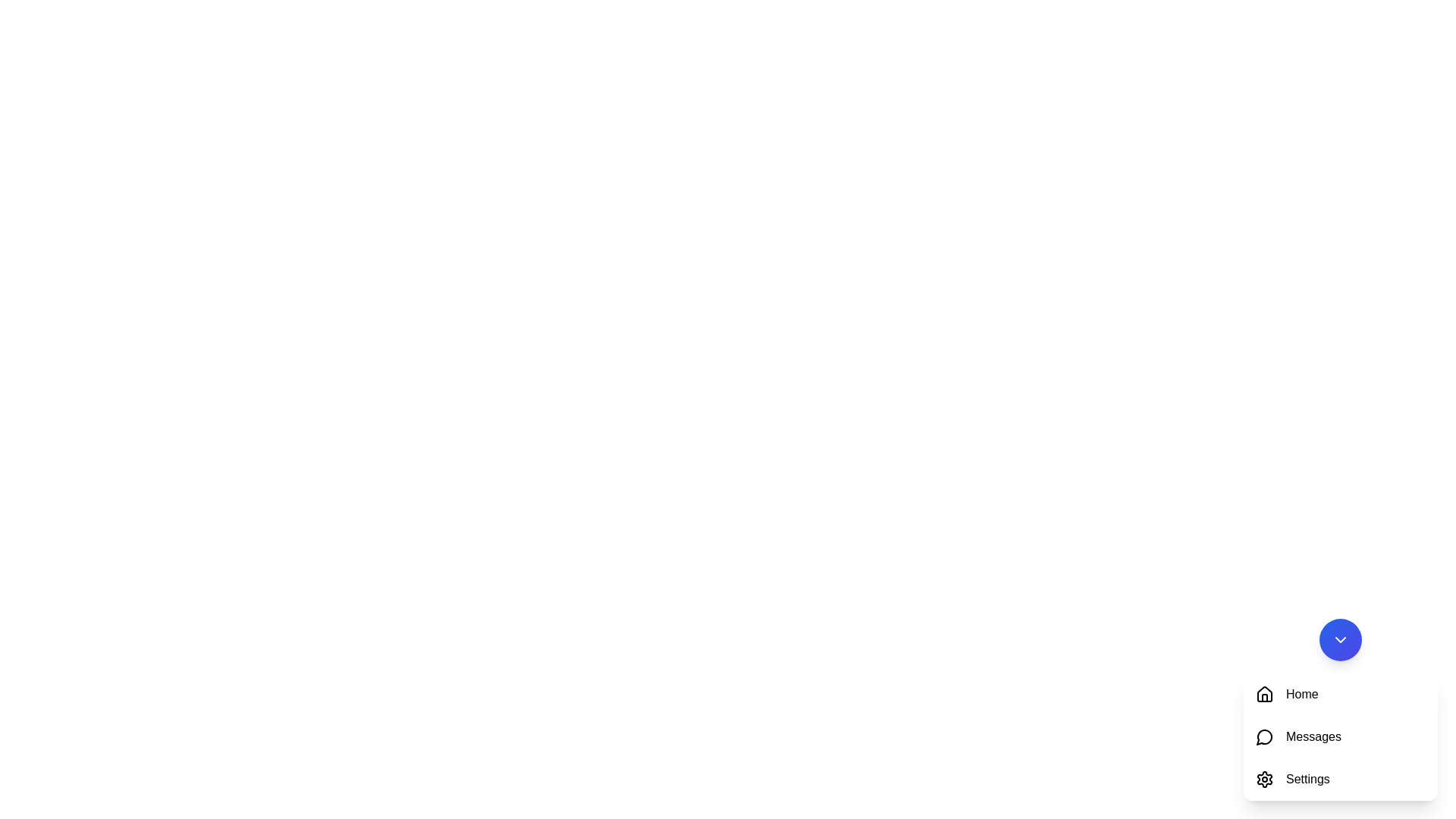 This screenshot has width=1456, height=819. I want to click on the 'Settings' button with a gear icon located in the side menu, which changes to a red background with white text on hover, so click(1340, 780).